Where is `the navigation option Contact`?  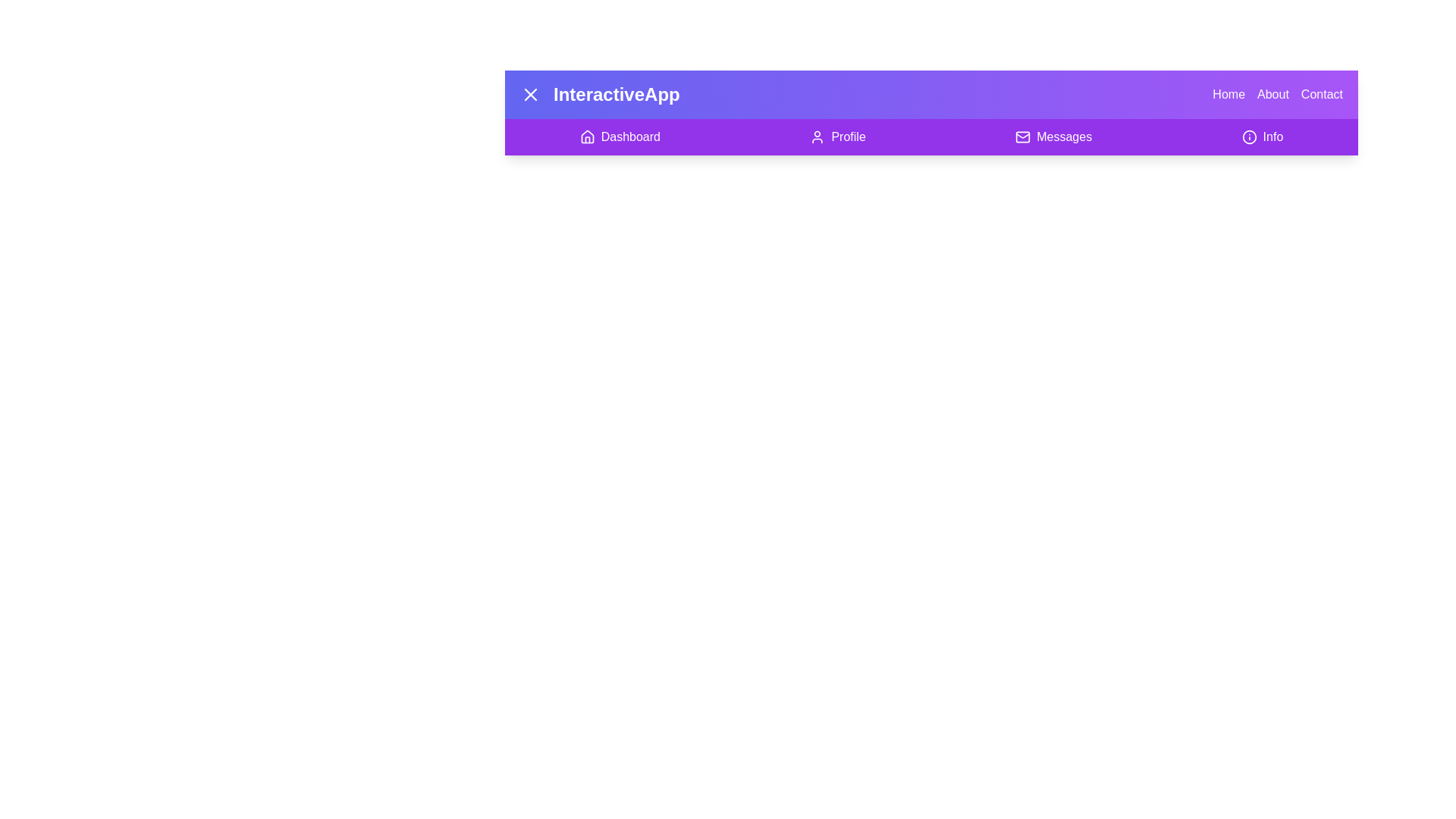
the navigation option Contact is located at coordinates (1321, 94).